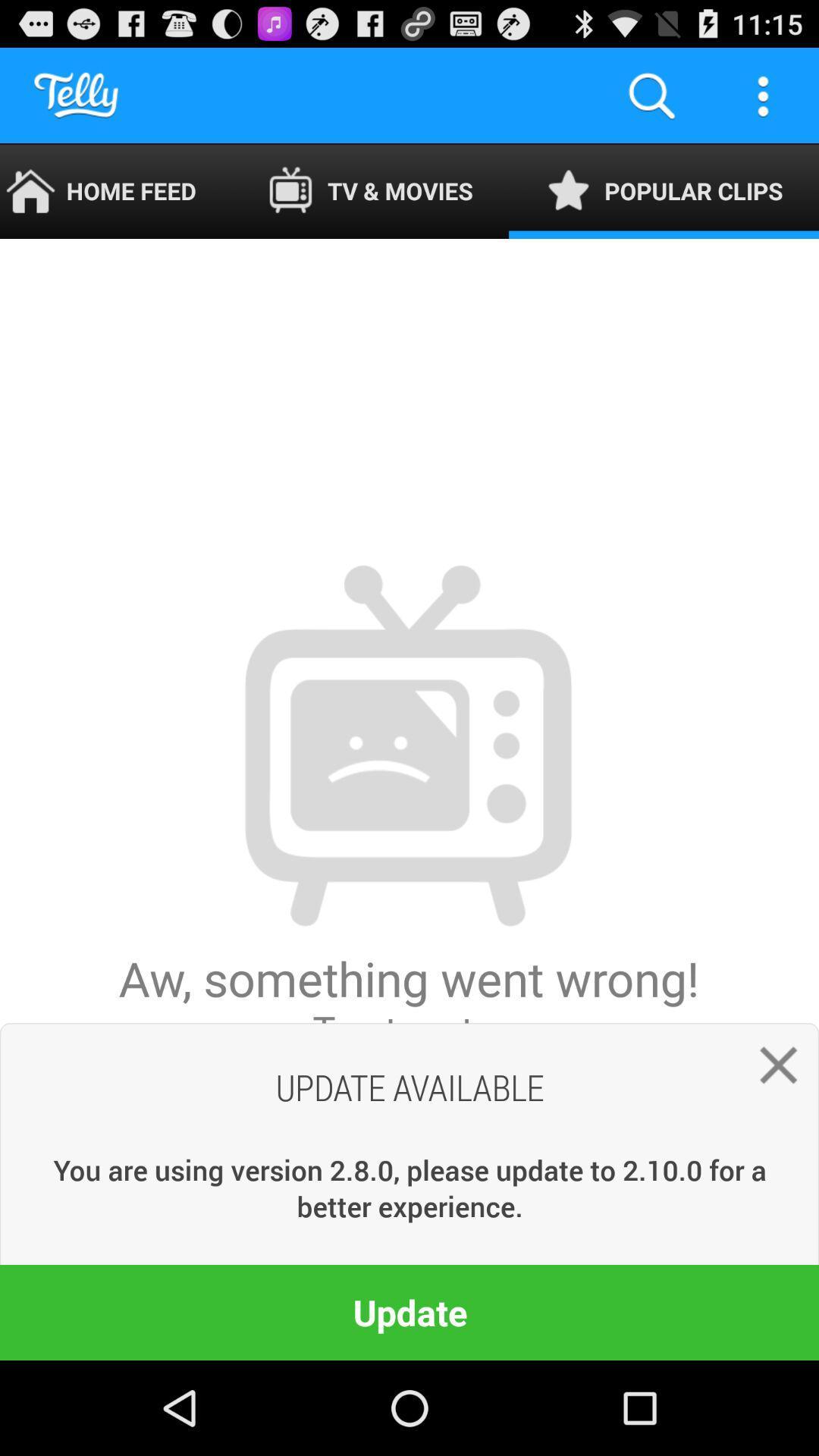  What do you see at coordinates (651, 94) in the screenshot?
I see `icon next to the tv & movies icon` at bounding box center [651, 94].